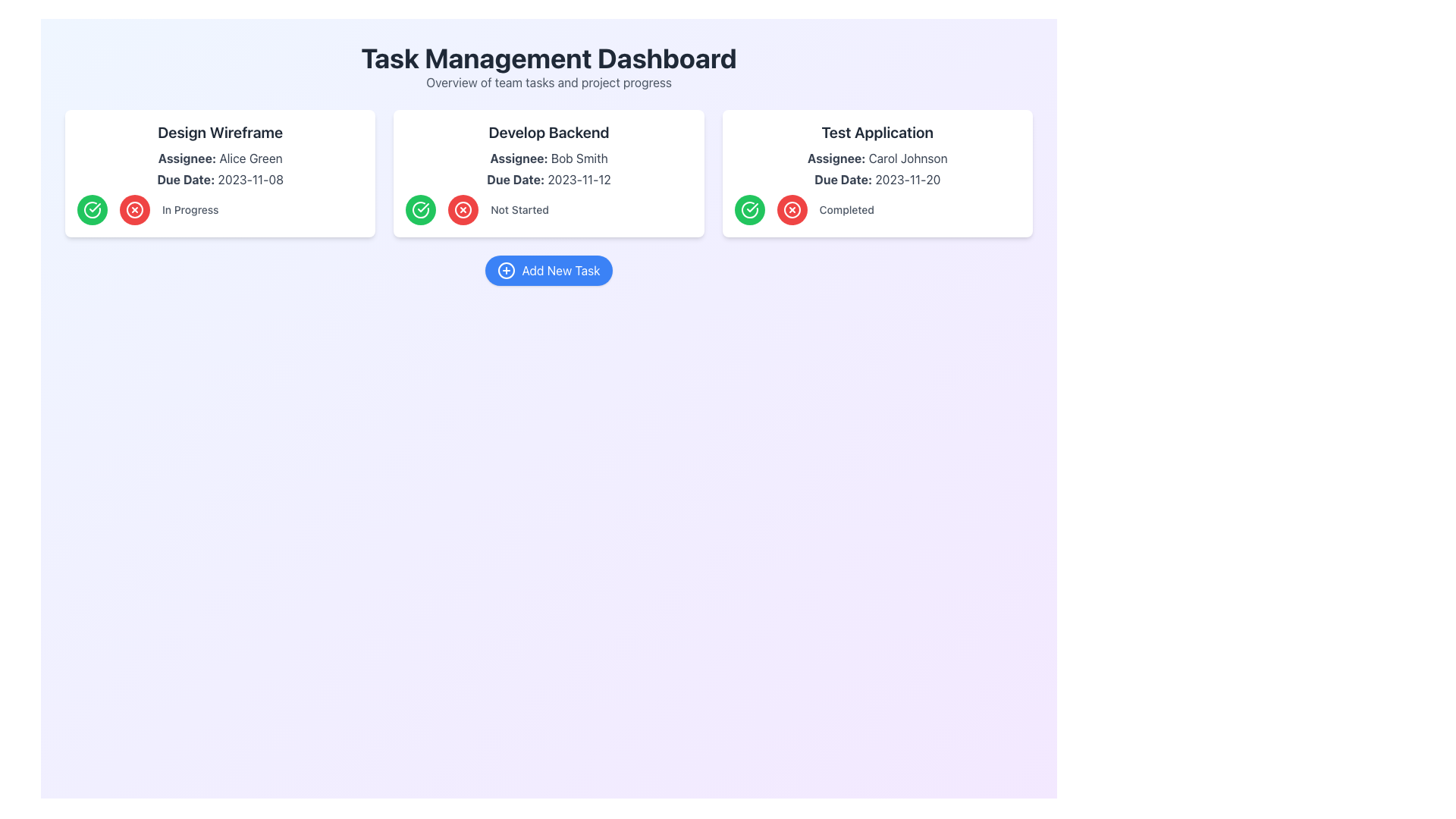  I want to click on the second circular button in the bottom-left corner of the 'Design Wireframe' card, so click(134, 210).